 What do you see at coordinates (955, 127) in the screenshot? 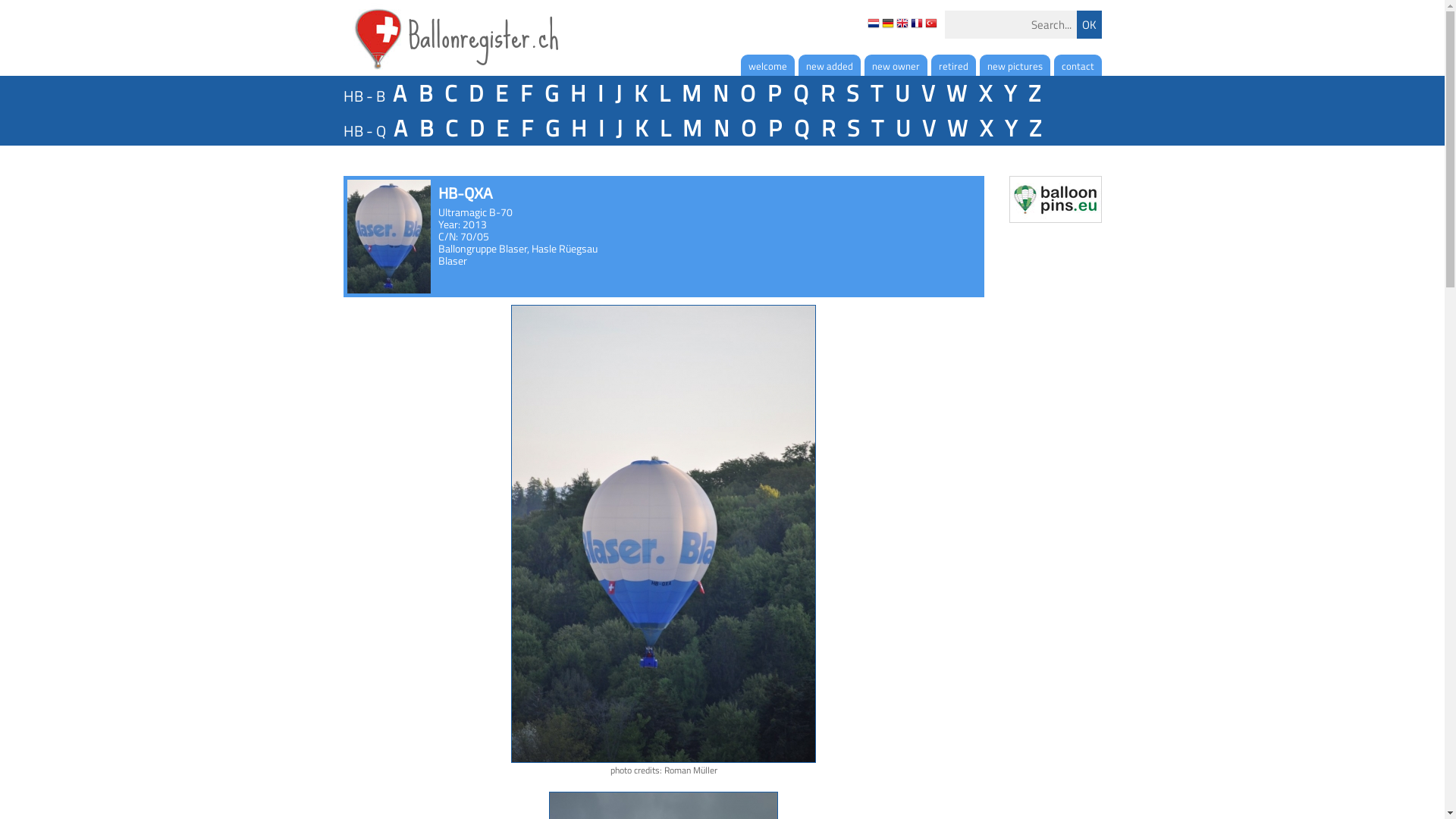
I see `'W'` at bounding box center [955, 127].